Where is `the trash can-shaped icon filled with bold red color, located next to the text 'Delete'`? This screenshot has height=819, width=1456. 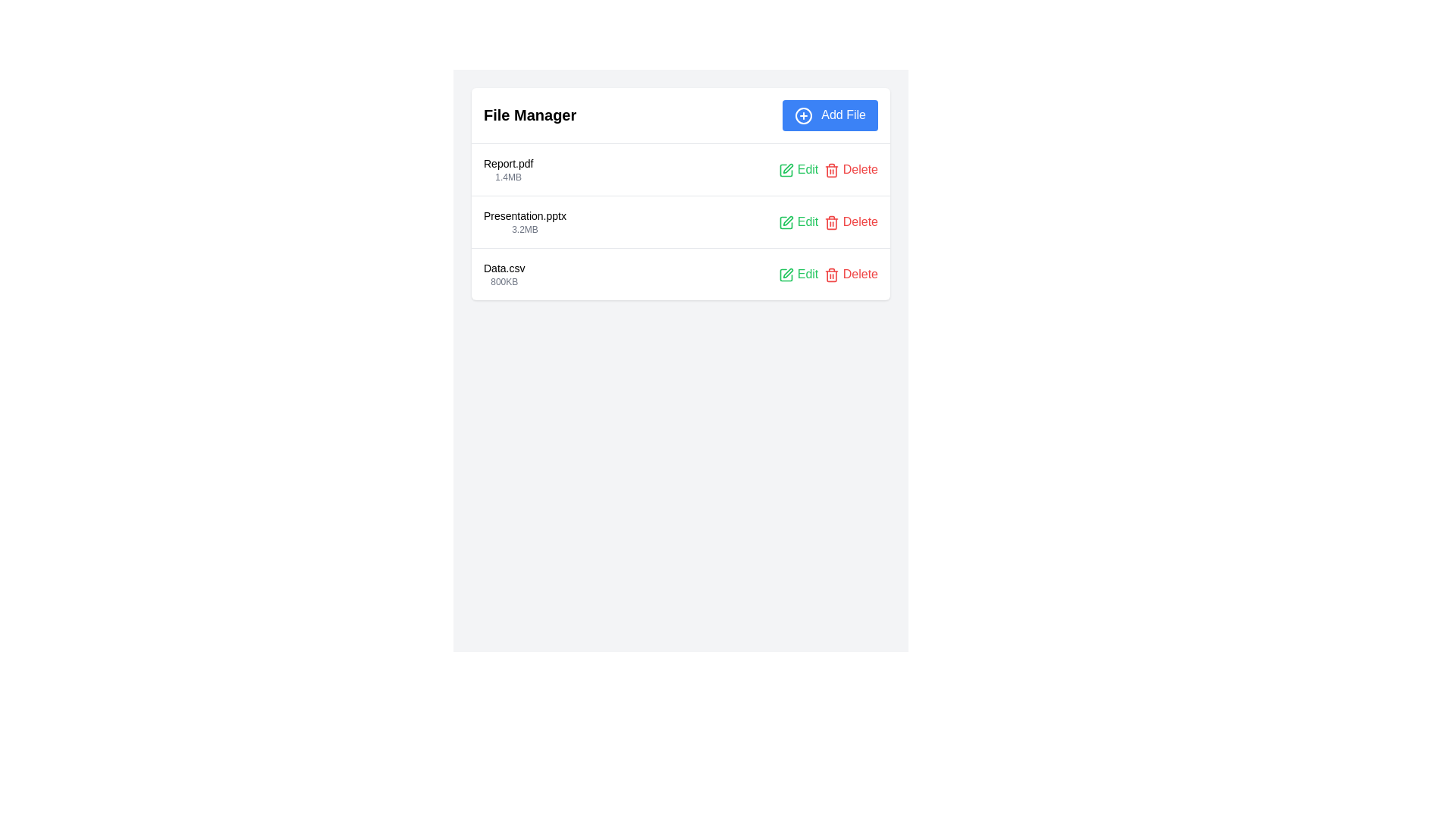
the trash can-shaped icon filled with bold red color, located next to the text 'Delete' is located at coordinates (831, 170).